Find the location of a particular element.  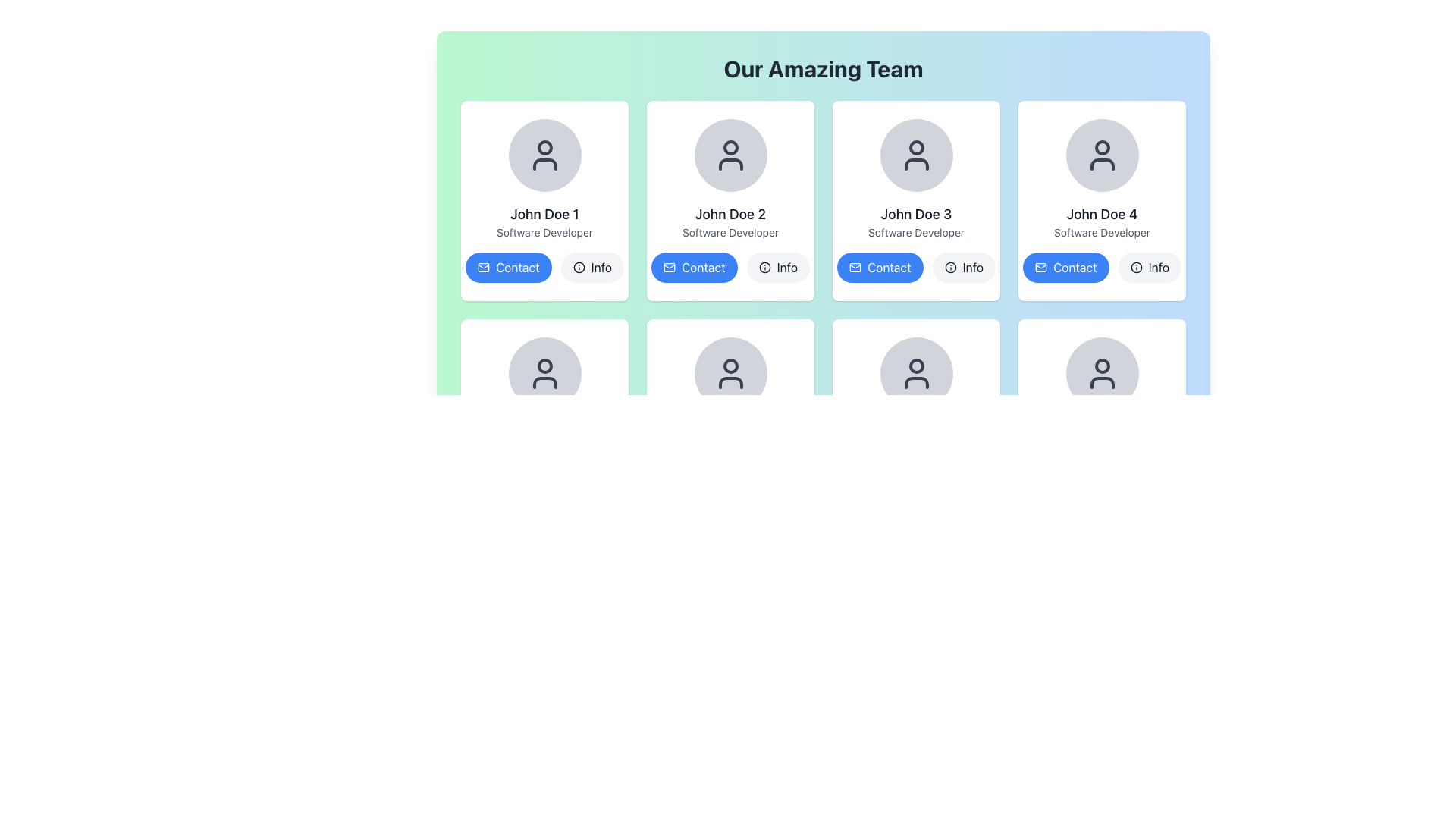

the leftmost circle element of the SVG graphic located near the bottom-right of the 'Info' button under 'John Doe 2' is located at coordinates (764, 267).